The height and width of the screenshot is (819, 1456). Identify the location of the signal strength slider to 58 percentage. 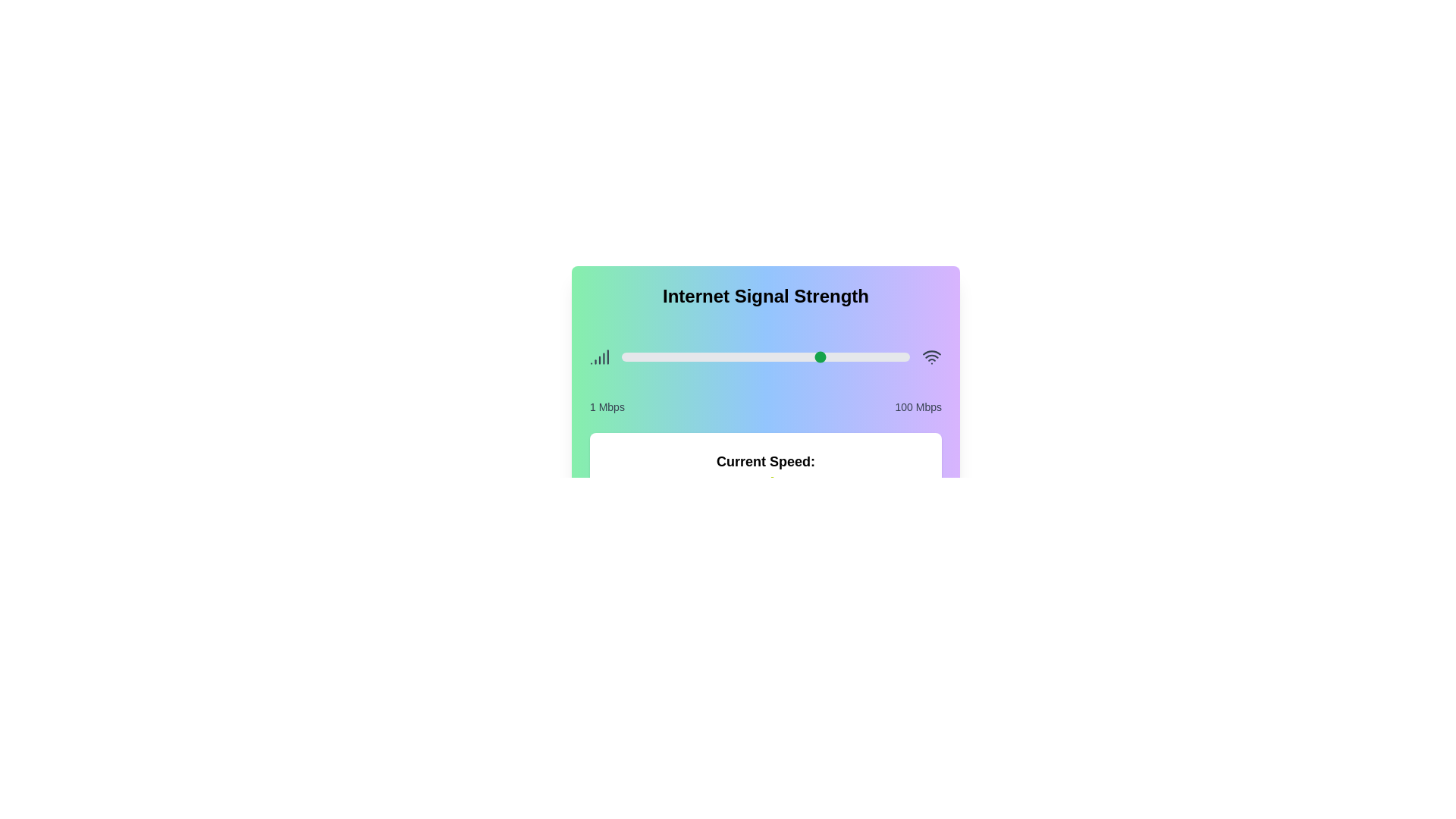
(788, 356).